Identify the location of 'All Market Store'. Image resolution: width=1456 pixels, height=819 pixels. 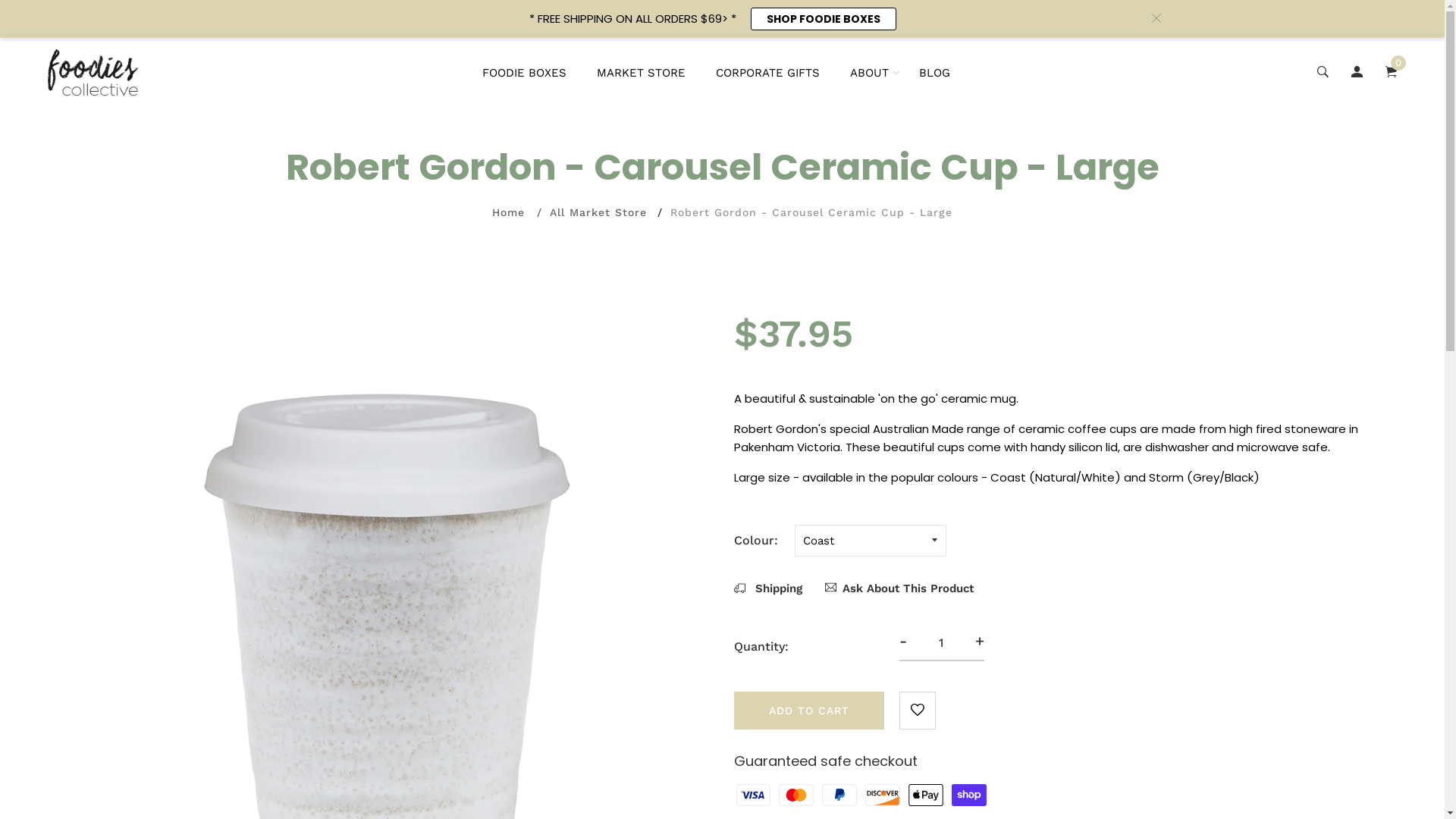
(597, 212).